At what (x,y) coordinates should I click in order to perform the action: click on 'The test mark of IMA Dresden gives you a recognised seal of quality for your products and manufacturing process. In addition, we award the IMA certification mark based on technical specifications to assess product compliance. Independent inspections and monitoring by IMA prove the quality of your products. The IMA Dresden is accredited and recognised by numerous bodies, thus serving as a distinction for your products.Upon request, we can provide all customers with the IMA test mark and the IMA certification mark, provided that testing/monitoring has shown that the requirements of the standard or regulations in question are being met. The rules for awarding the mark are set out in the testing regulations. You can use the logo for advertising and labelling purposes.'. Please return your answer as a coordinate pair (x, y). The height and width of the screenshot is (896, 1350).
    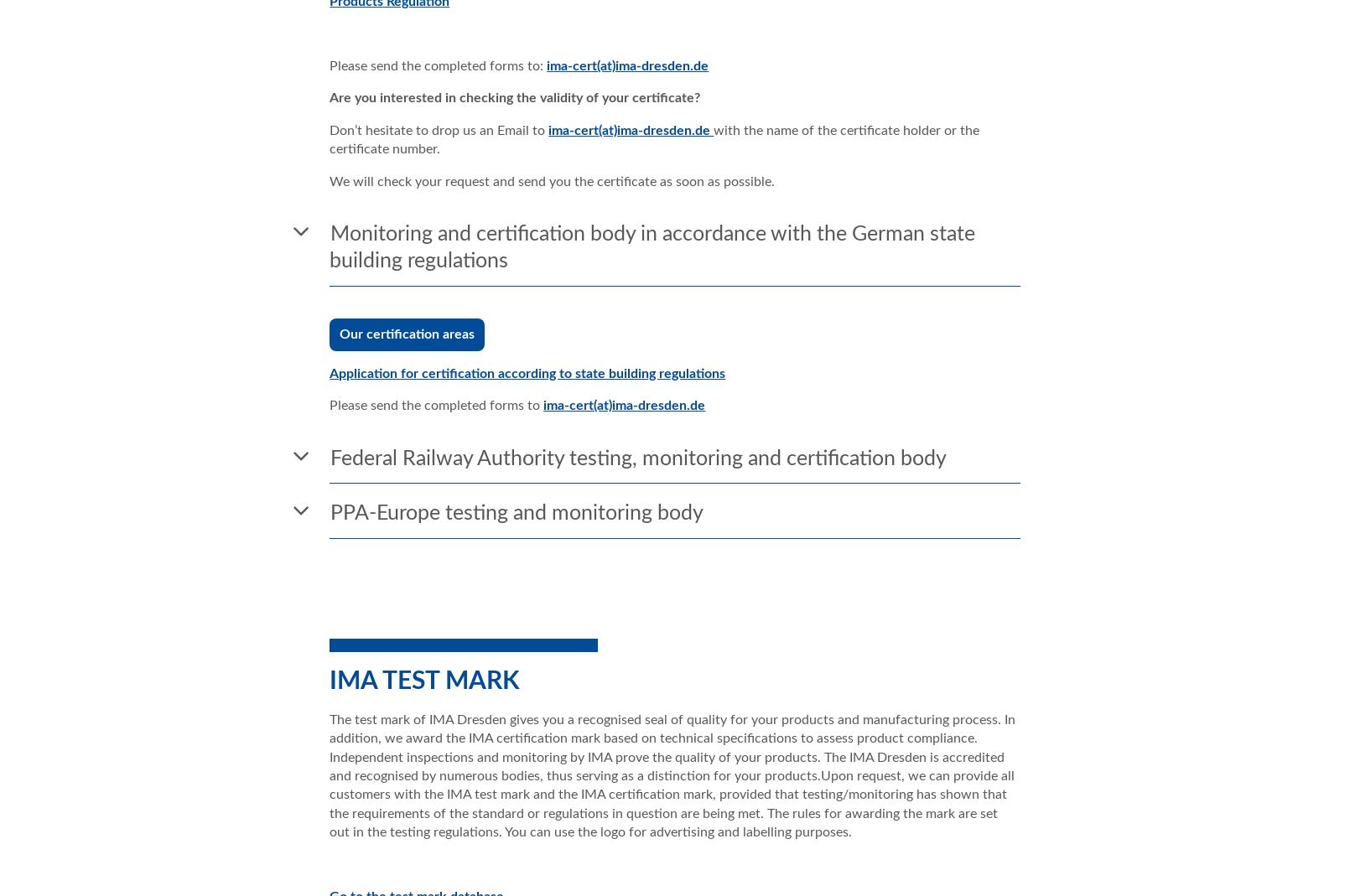
    Looking at the image, I should click on (671, 774).